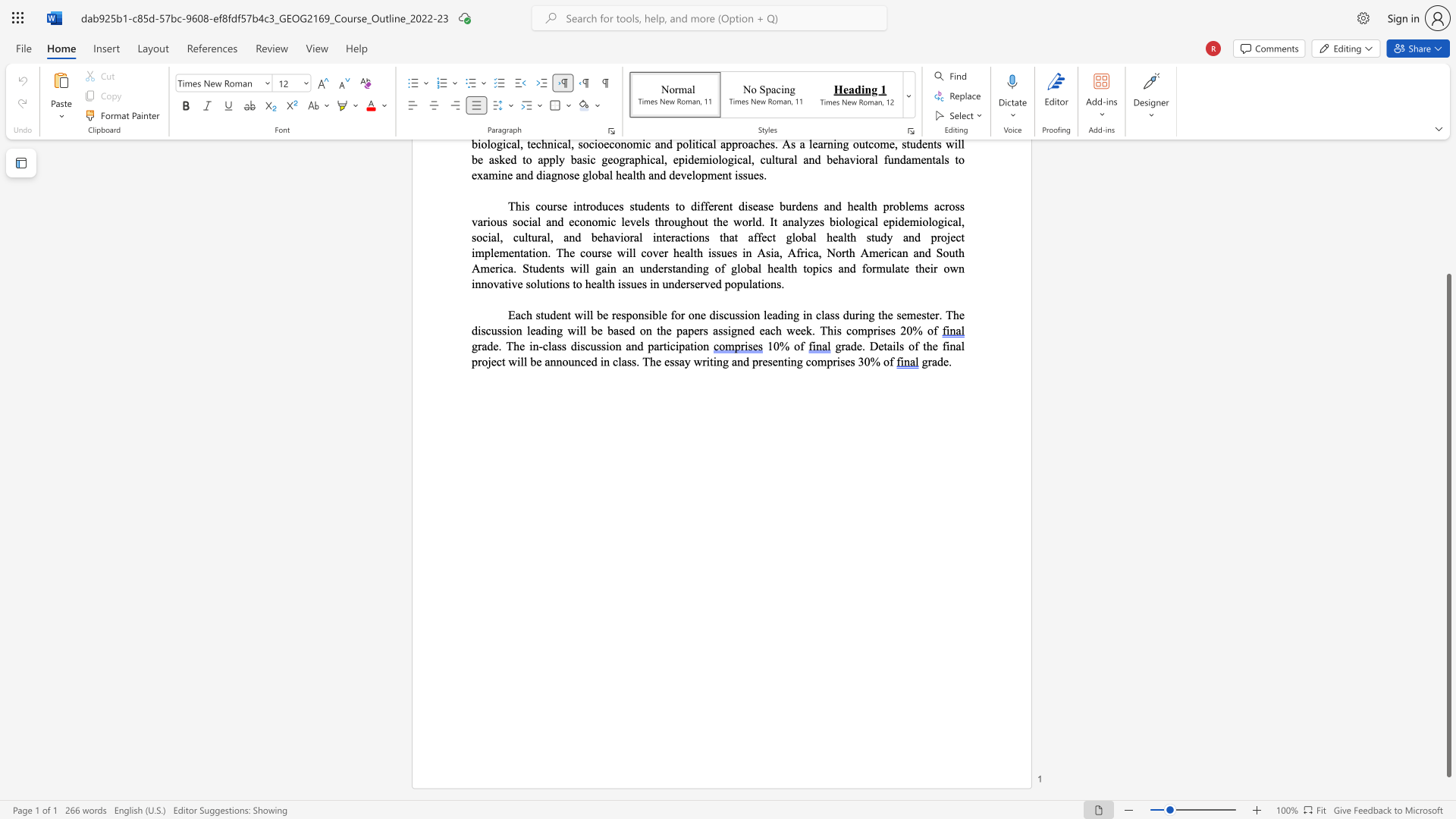  I want to click on the scrollbar on the side, so click(1448, 227).